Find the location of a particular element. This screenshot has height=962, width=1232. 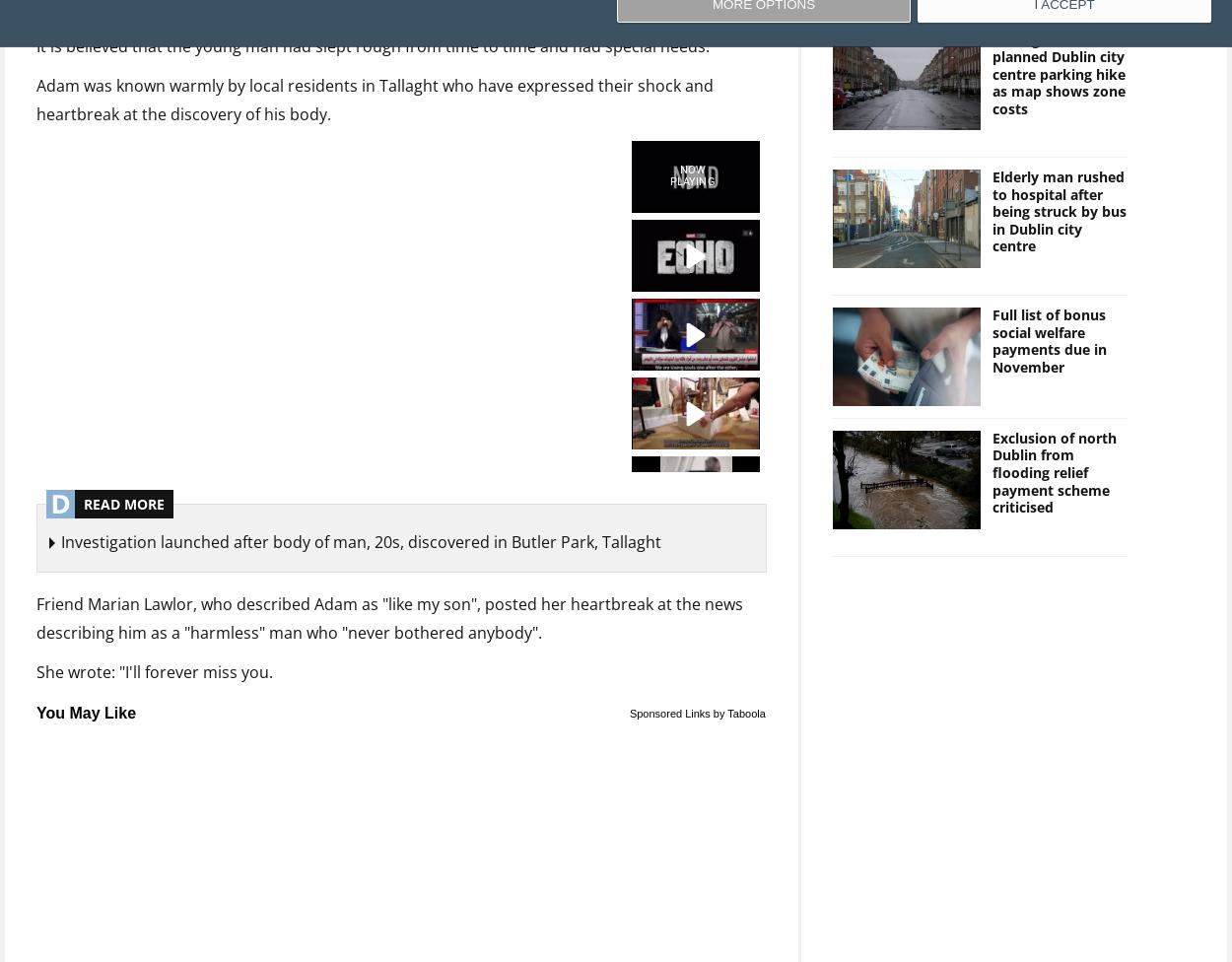

'Exclusion of north Dublin from flooding relief payment scheme criticised' is located at coordinates (1053, 471).